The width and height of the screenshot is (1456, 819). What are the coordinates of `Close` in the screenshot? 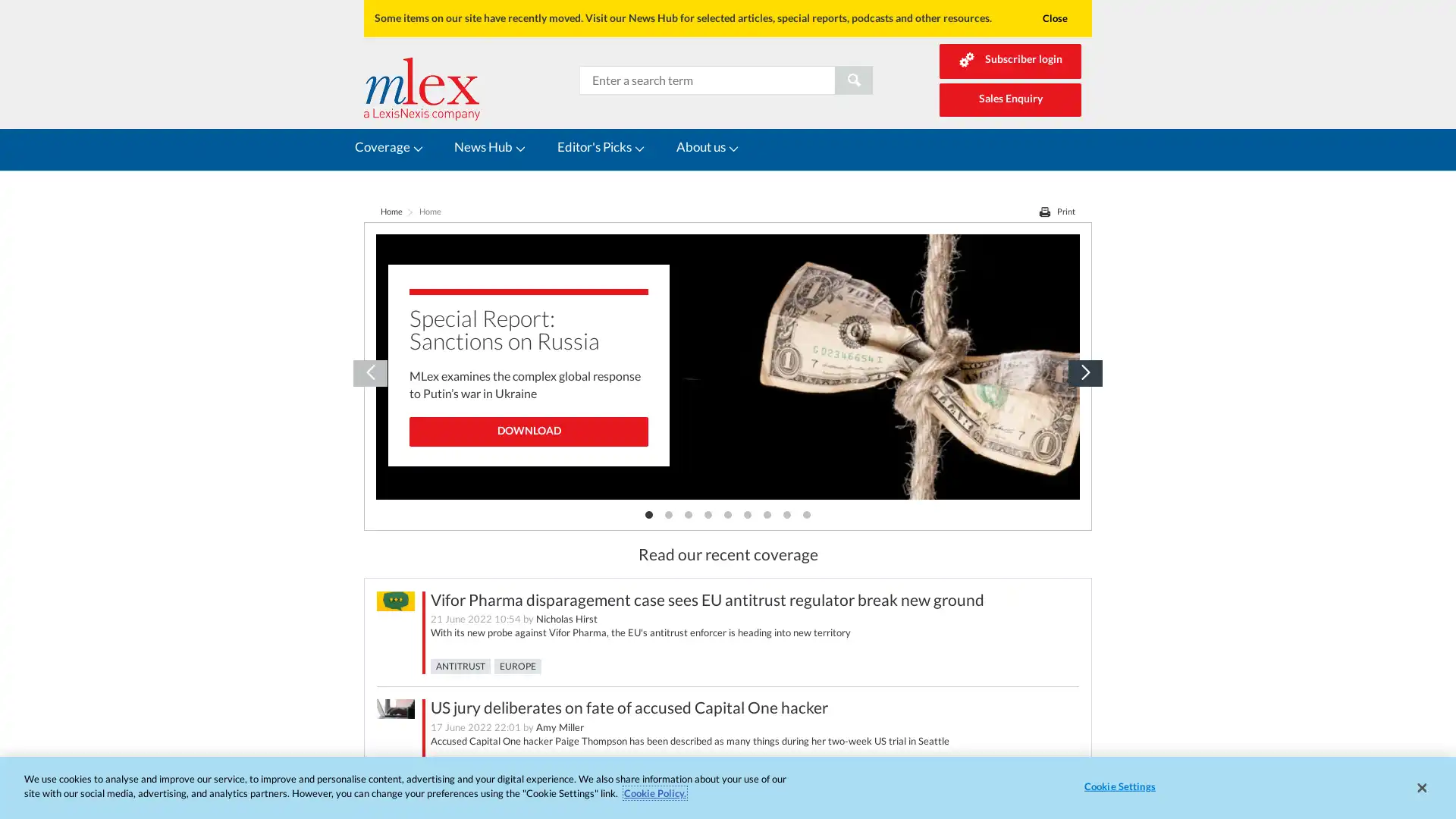 It's located at (1420, 786).